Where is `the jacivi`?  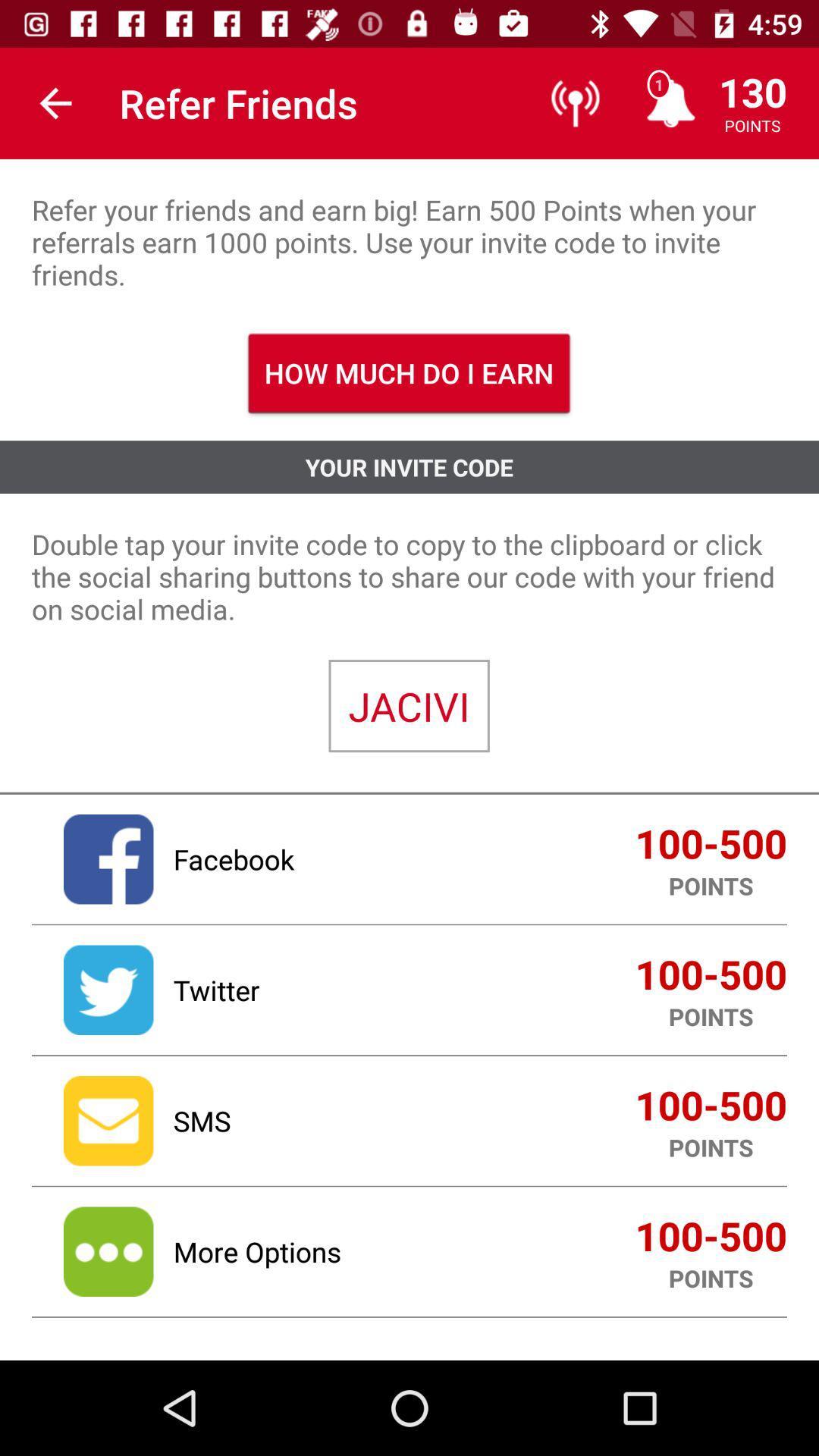
the jacivi is located at coordinates (408, 705).